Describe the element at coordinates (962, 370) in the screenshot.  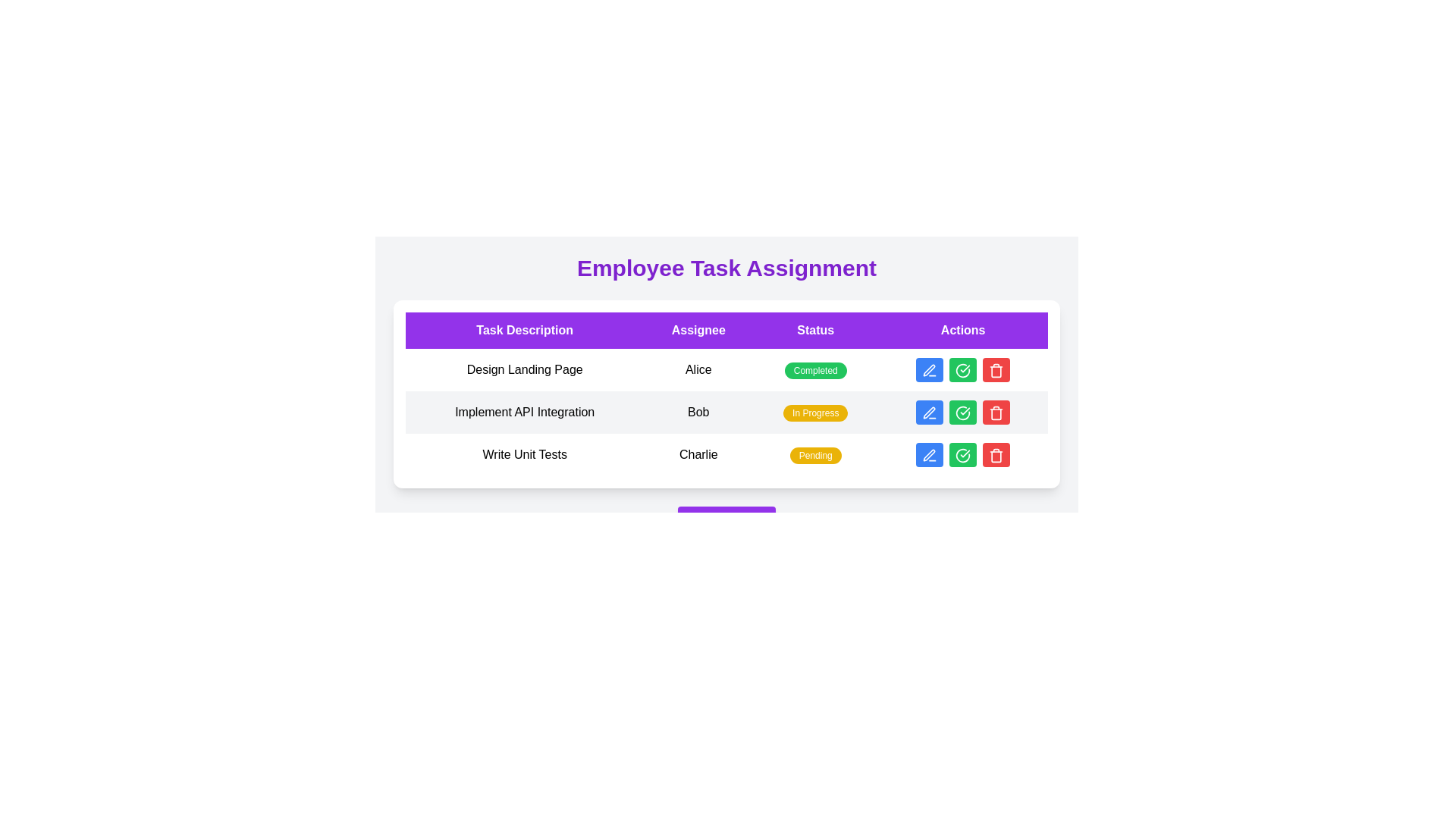
I see `the blue button in the 'Actions' column of the first row` at that location.